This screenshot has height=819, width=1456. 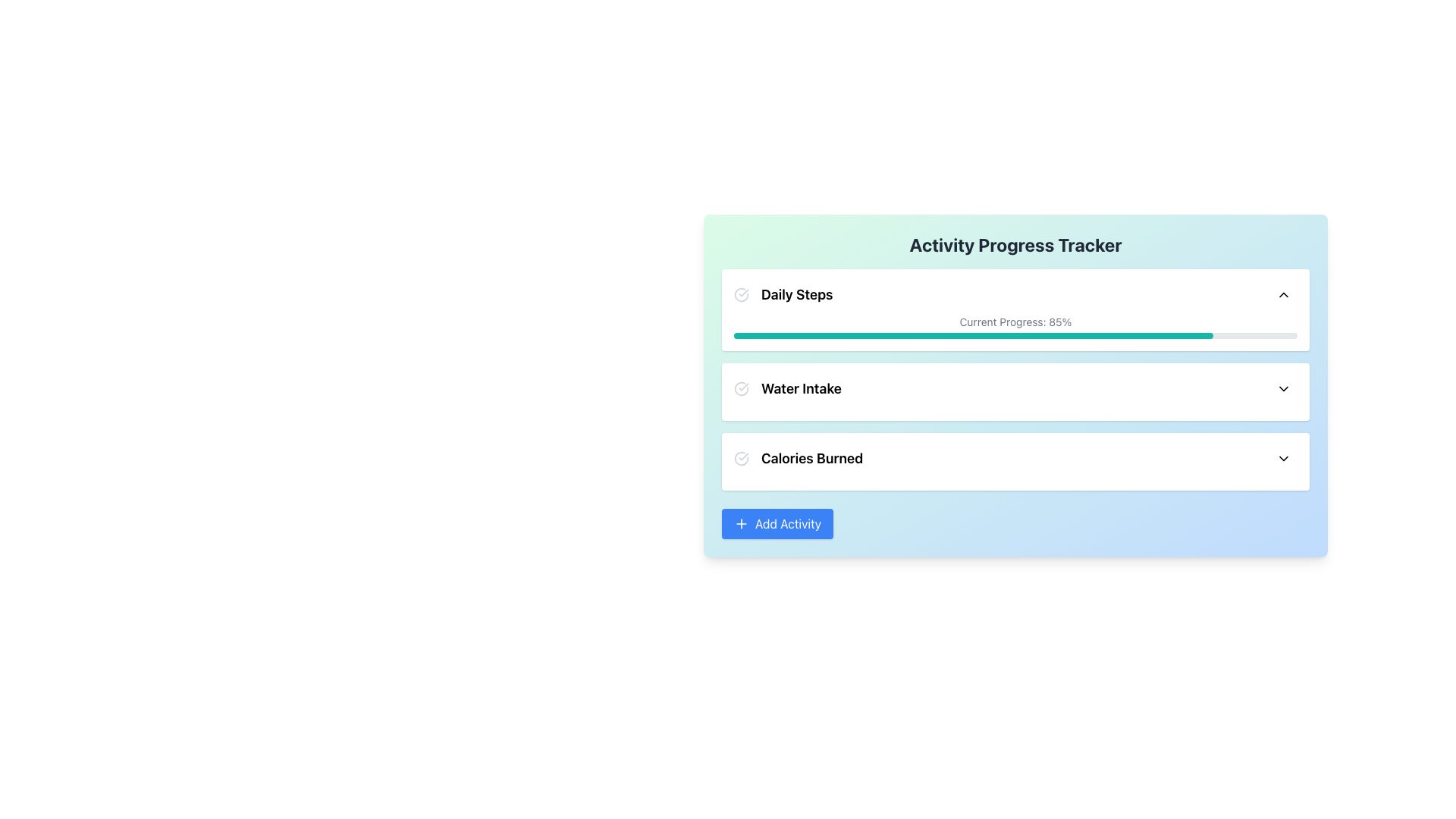 I want to click on the bold title 'Activity Progress Tracker' which is centered at the top of a gradient section, serving as a header for the content below, so click(x=1015, y=244).